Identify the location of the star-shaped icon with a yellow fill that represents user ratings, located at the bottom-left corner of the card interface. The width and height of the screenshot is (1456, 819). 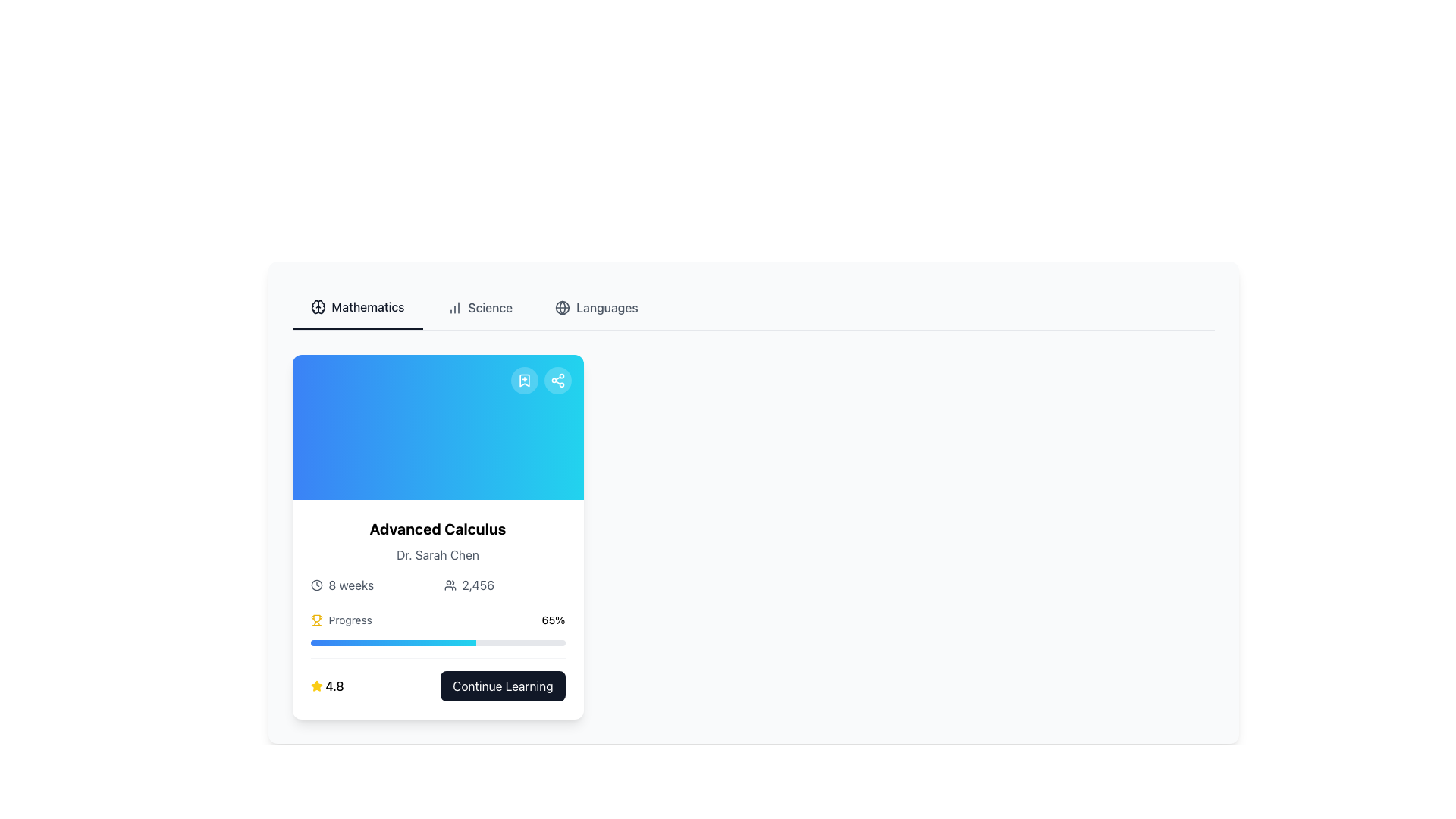
(315, 686).